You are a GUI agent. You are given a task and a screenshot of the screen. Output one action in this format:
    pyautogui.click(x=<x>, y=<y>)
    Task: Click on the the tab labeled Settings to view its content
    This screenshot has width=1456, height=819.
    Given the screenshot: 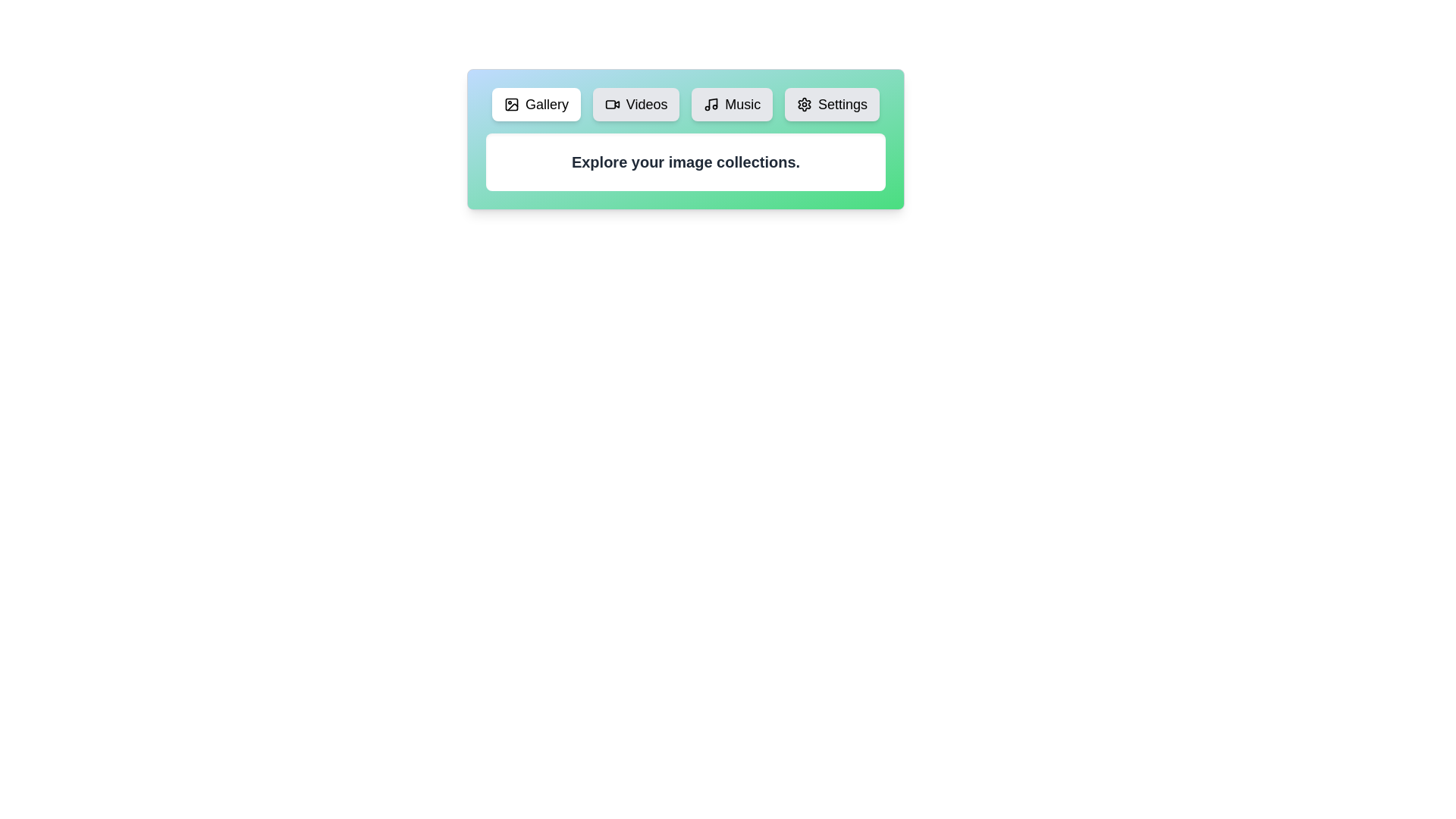 What is the action you would take?
    pyautogui.click(x=832, y=104)
    